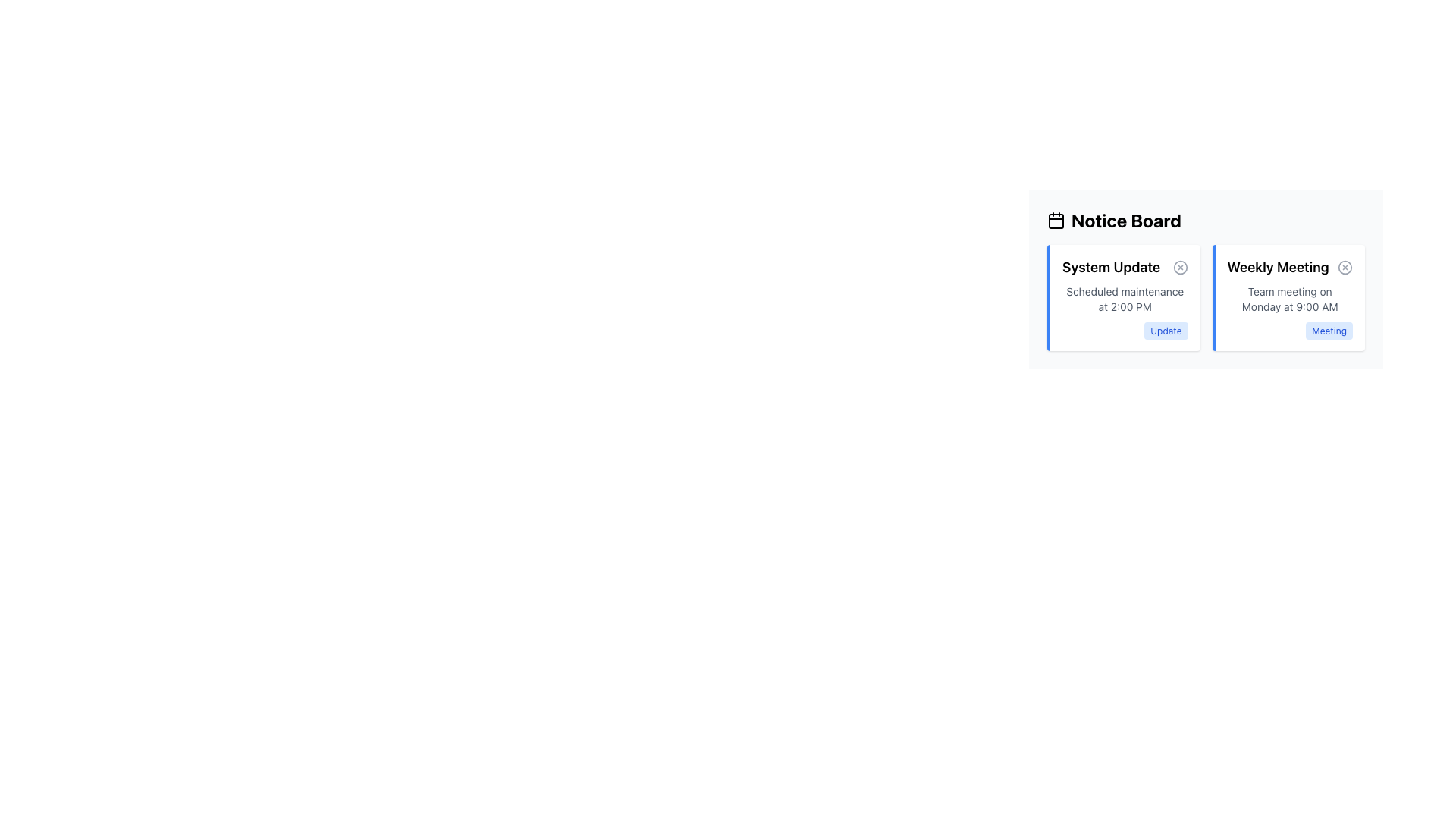 The width and height of the screenshot is (1456, 819). What do you see at coordinates (1329, 330) in the screenshot?
I see `the 'Weekly Meeting' tag descriptor located at the bottom-right corner of the 'Weekly Meeting' card on the Notice Board` at bounding box center [1329, 330].